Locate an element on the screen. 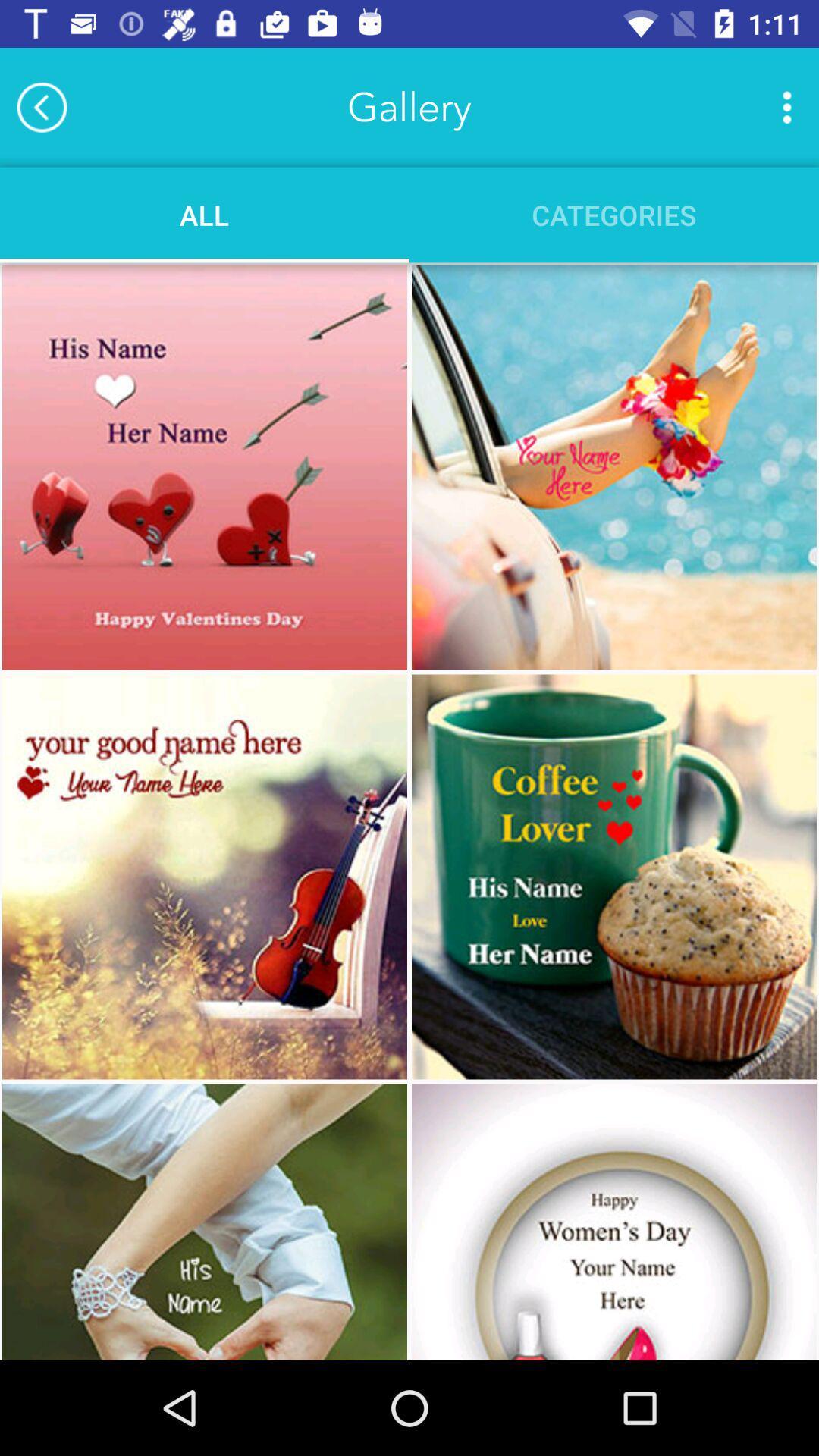 This screenshot has width=819, height=1456. more info is located at coordinates (786, 106).